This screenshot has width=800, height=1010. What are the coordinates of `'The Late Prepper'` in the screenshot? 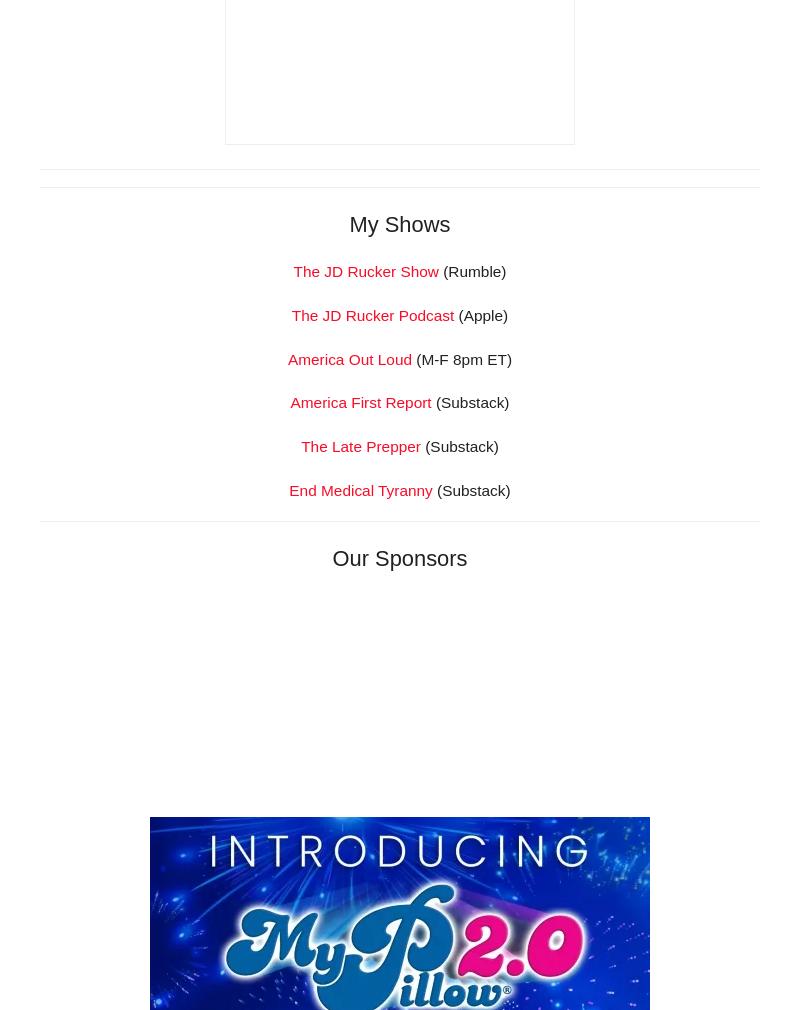 It's located at (360, 725).